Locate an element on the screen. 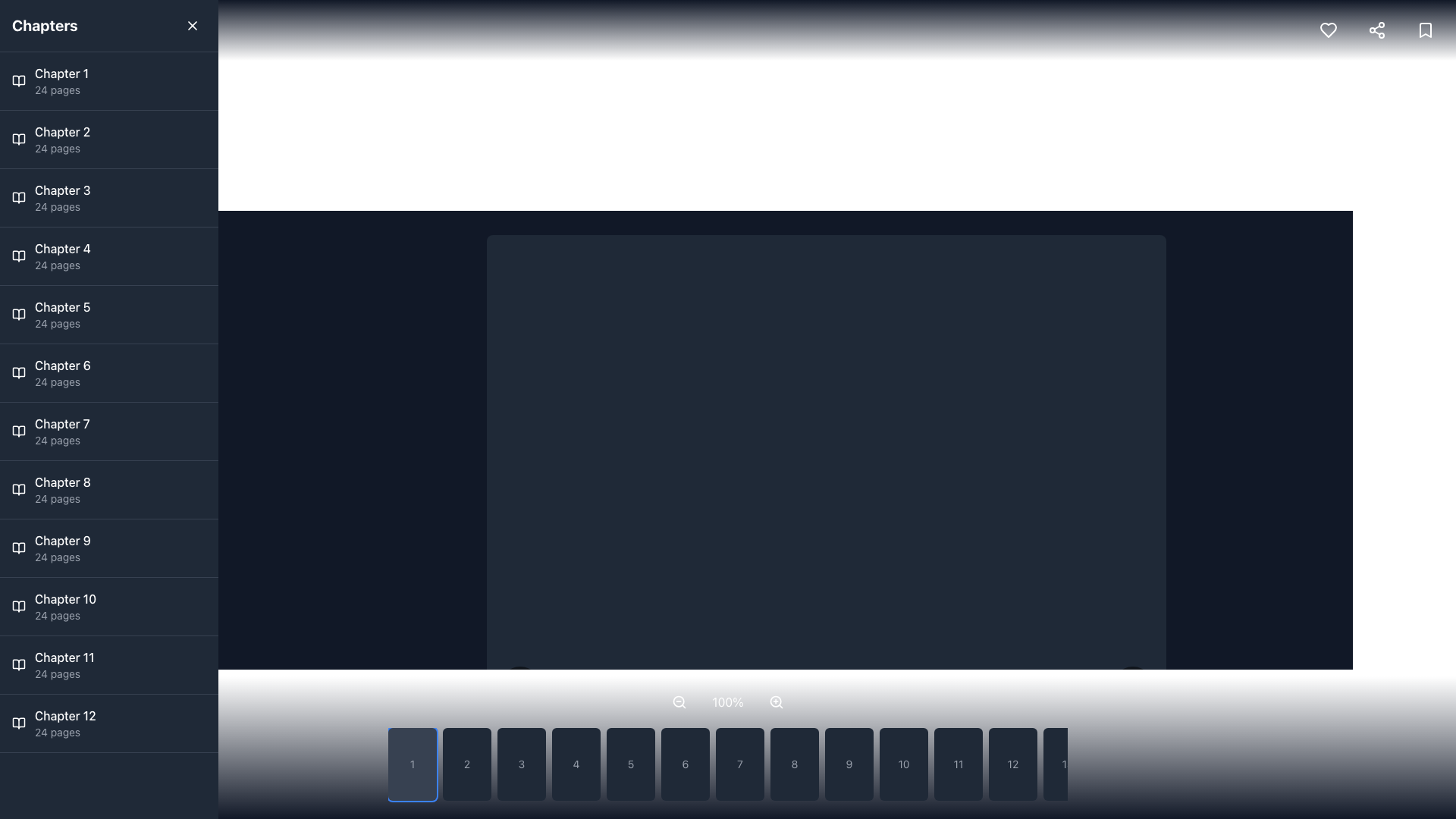 Image resolution: width=1456 pixels, height=819 pixels. information displayed in the Text label that provides the number of pages for 'Chapter 7', located in the vertically stacked sidebar list on the left side of the viewport is located at coordinates (61, 441).